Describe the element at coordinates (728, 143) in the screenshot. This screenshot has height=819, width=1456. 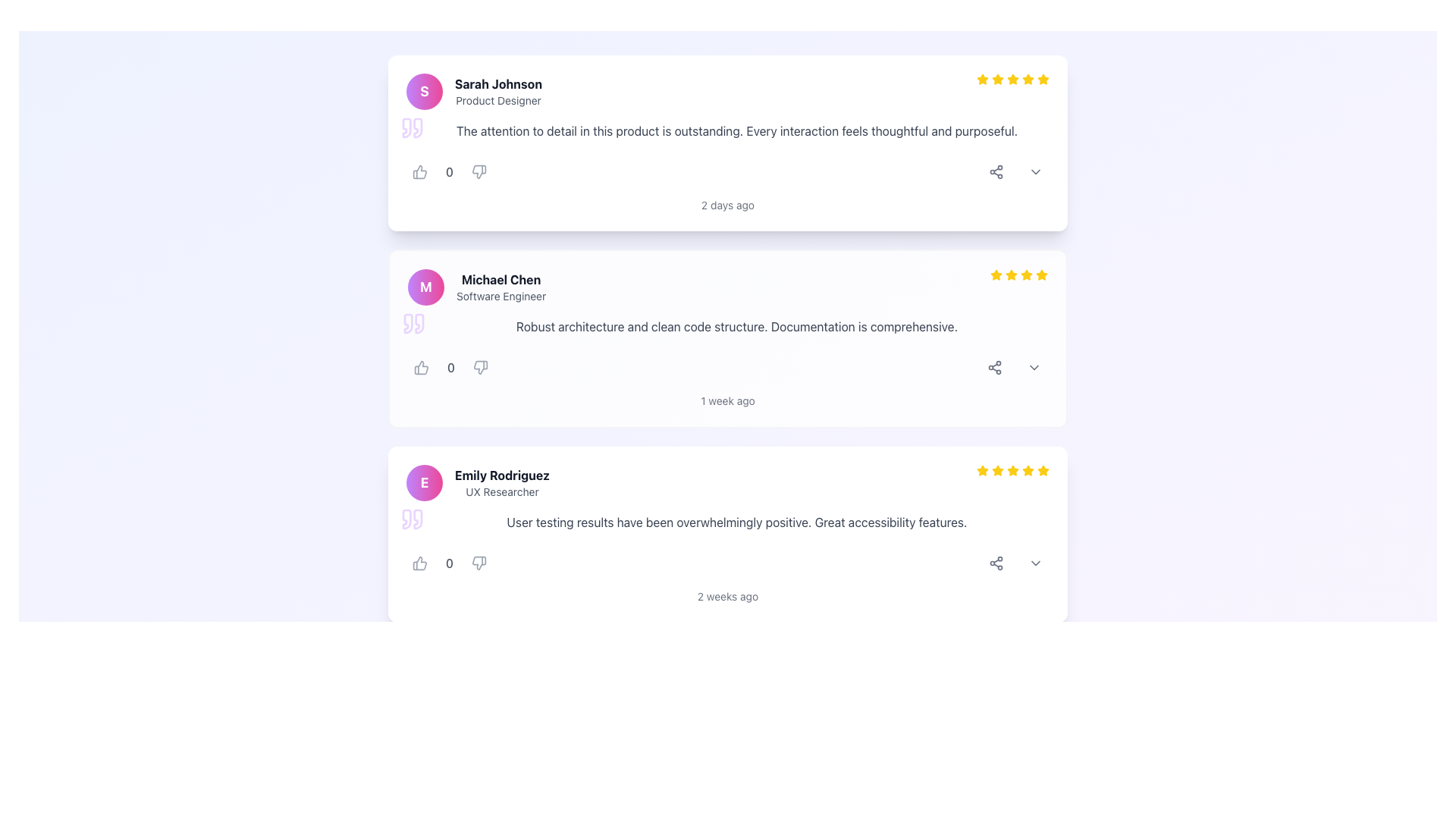
I see `the first review card in the vertically arranged list of feedback cards, which is located at the top position` at that location.